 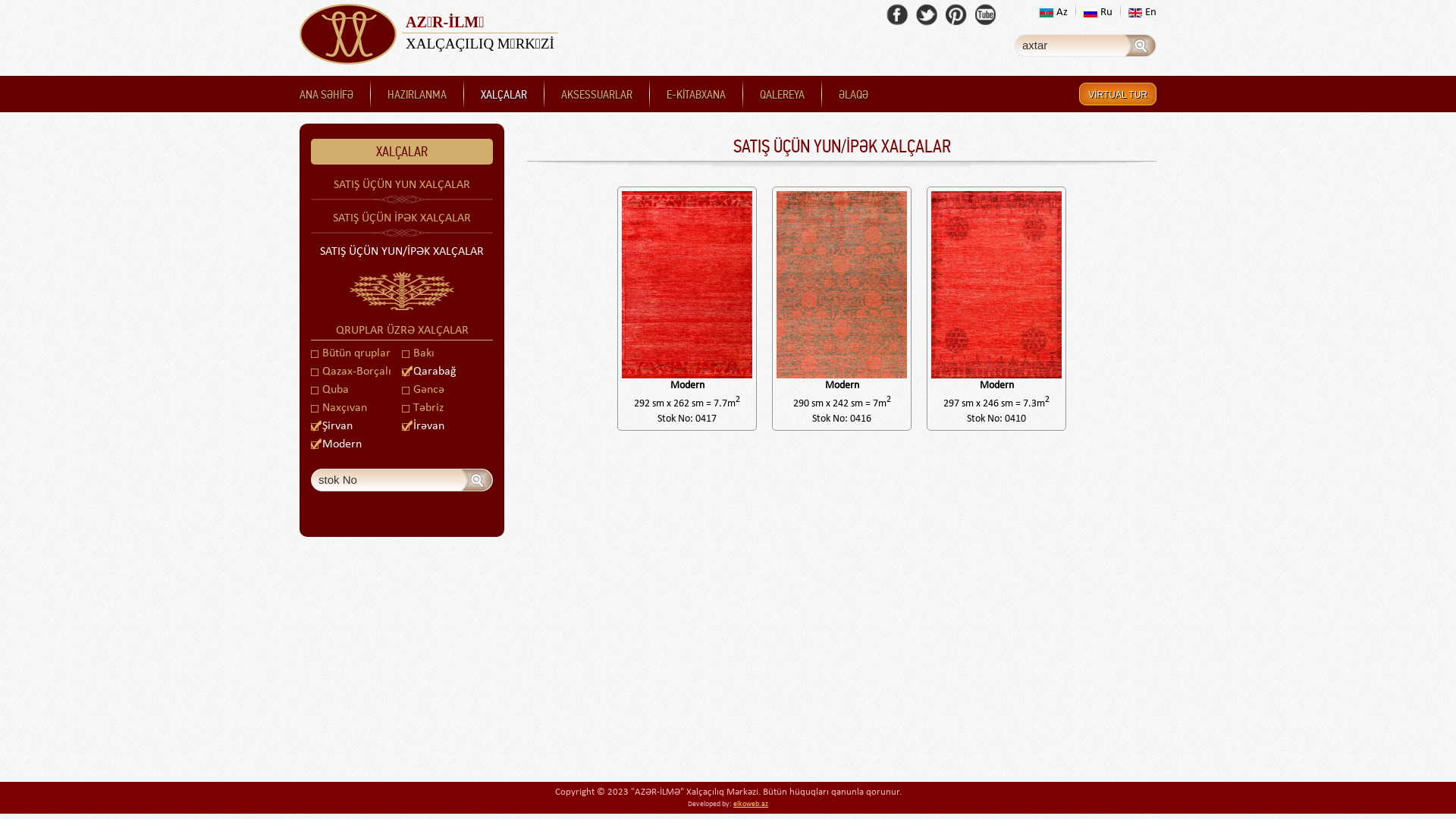 I want to click on 'En', so click(x=1142, y=12).